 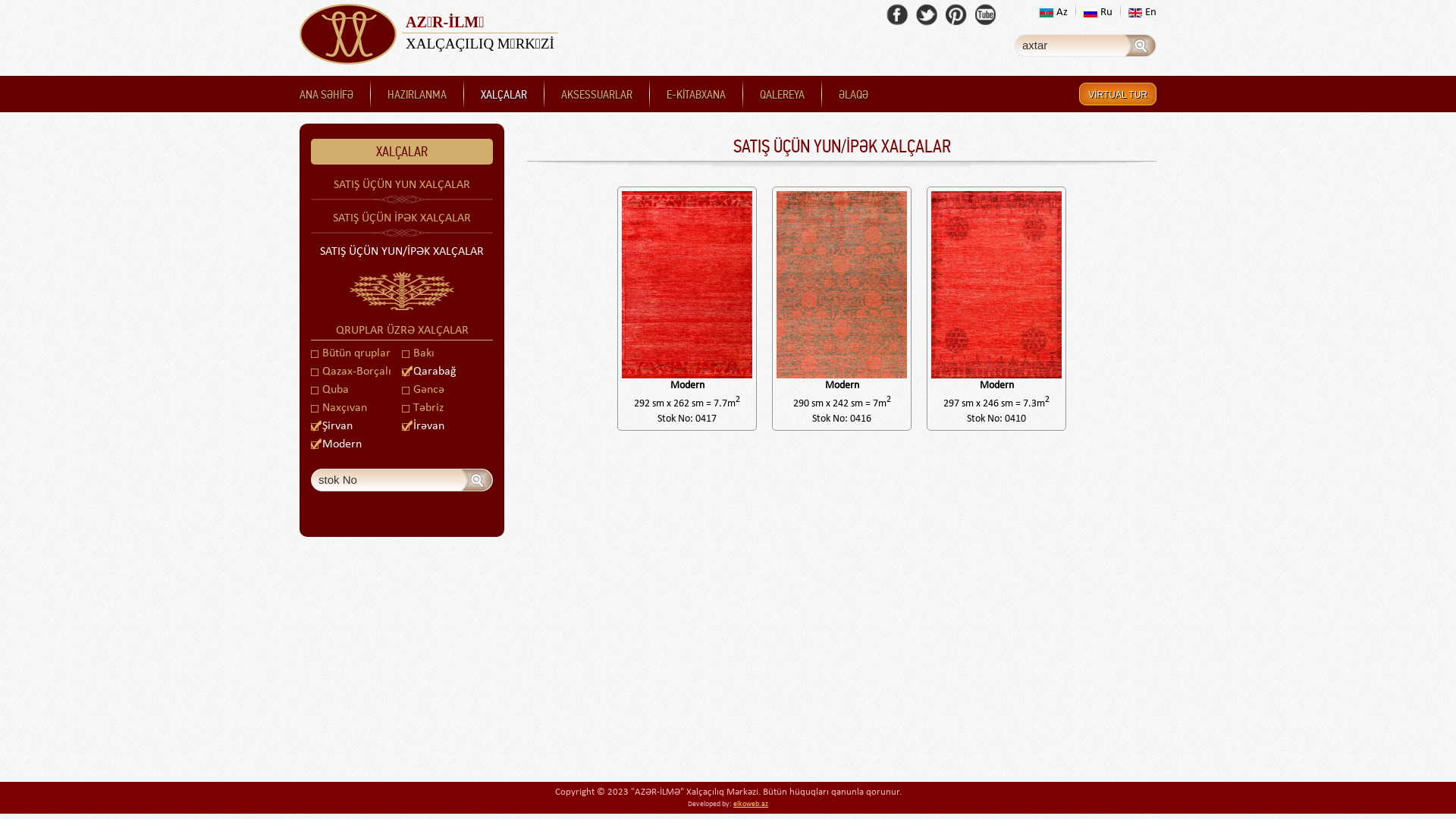 I want to click on 'En', so click(x=1142, y=12).